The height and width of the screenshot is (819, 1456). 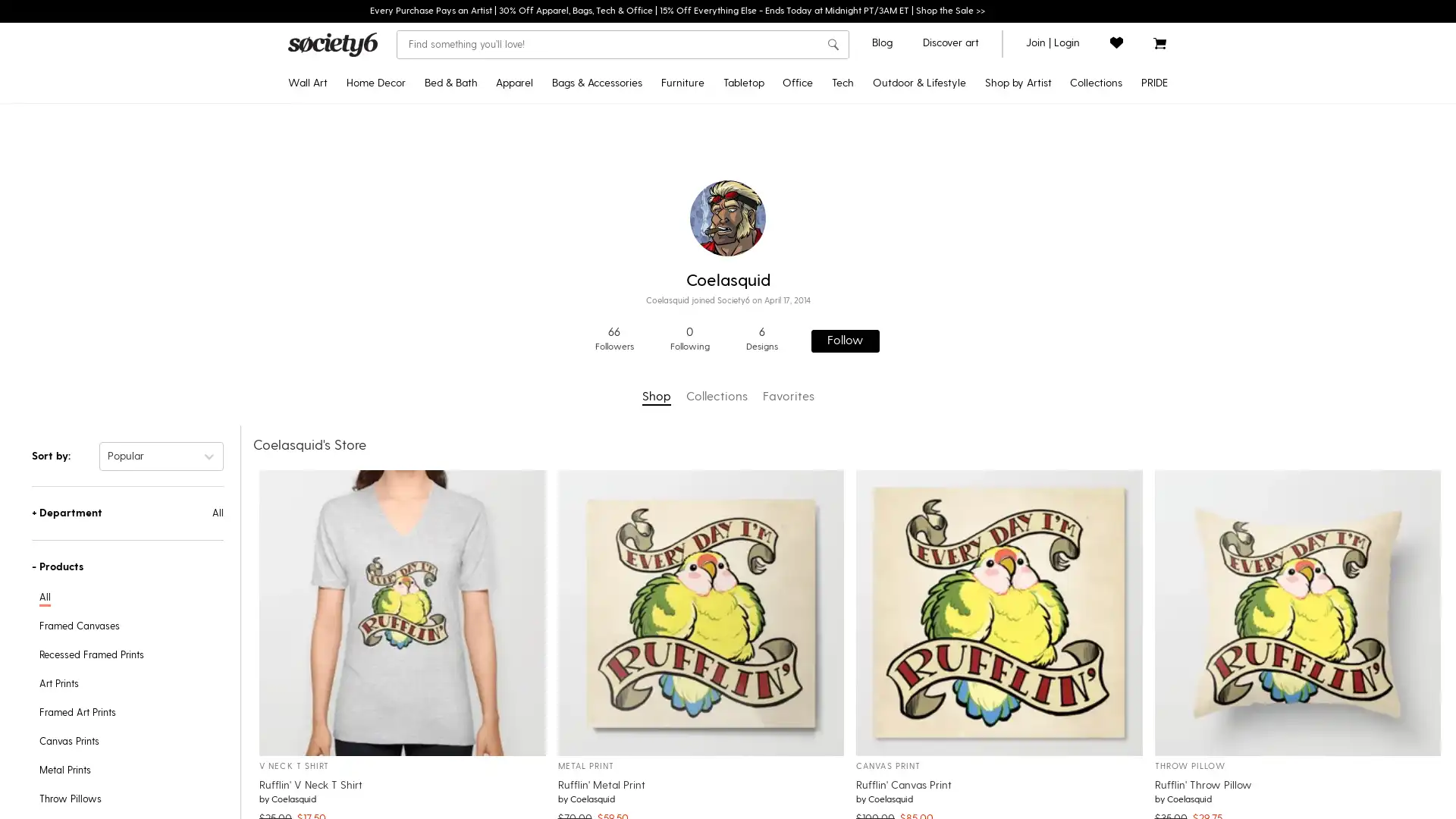 I want to click on Floor Cushions, so click(x=939, y=439).